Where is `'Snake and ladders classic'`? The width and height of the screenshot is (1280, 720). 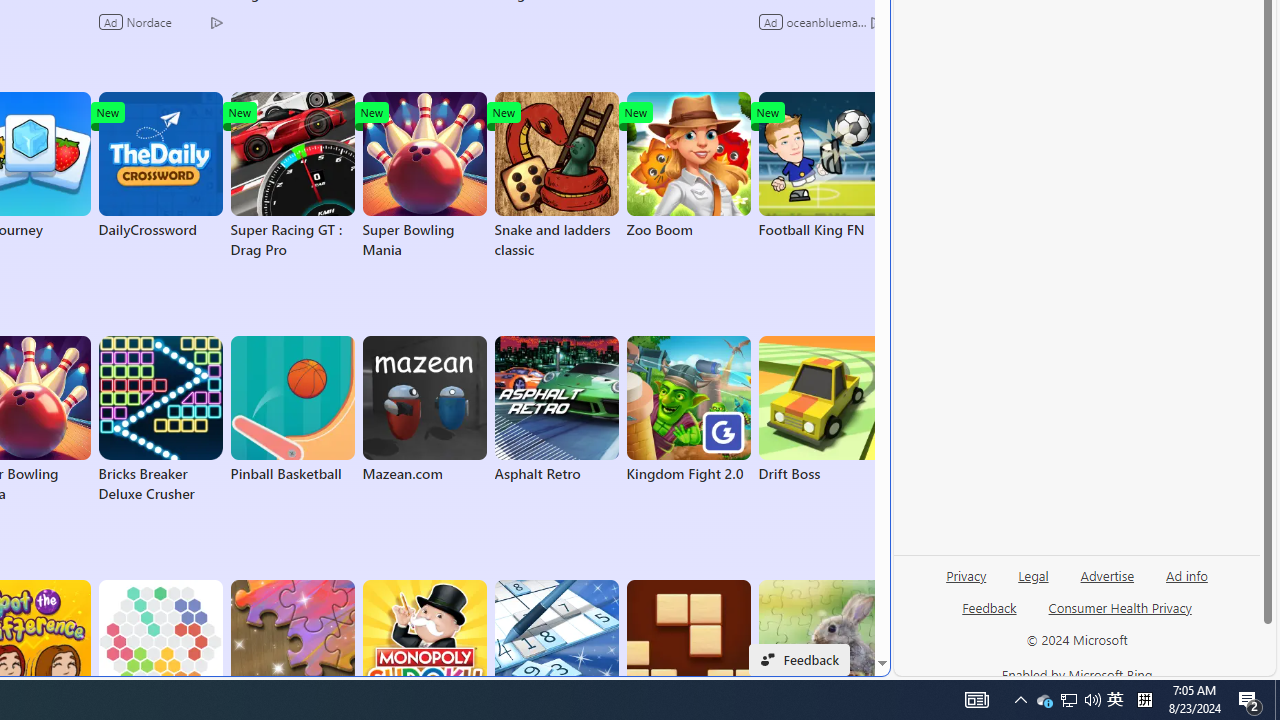
'Snake and ladders classic' is located at coordinates (556, 175).